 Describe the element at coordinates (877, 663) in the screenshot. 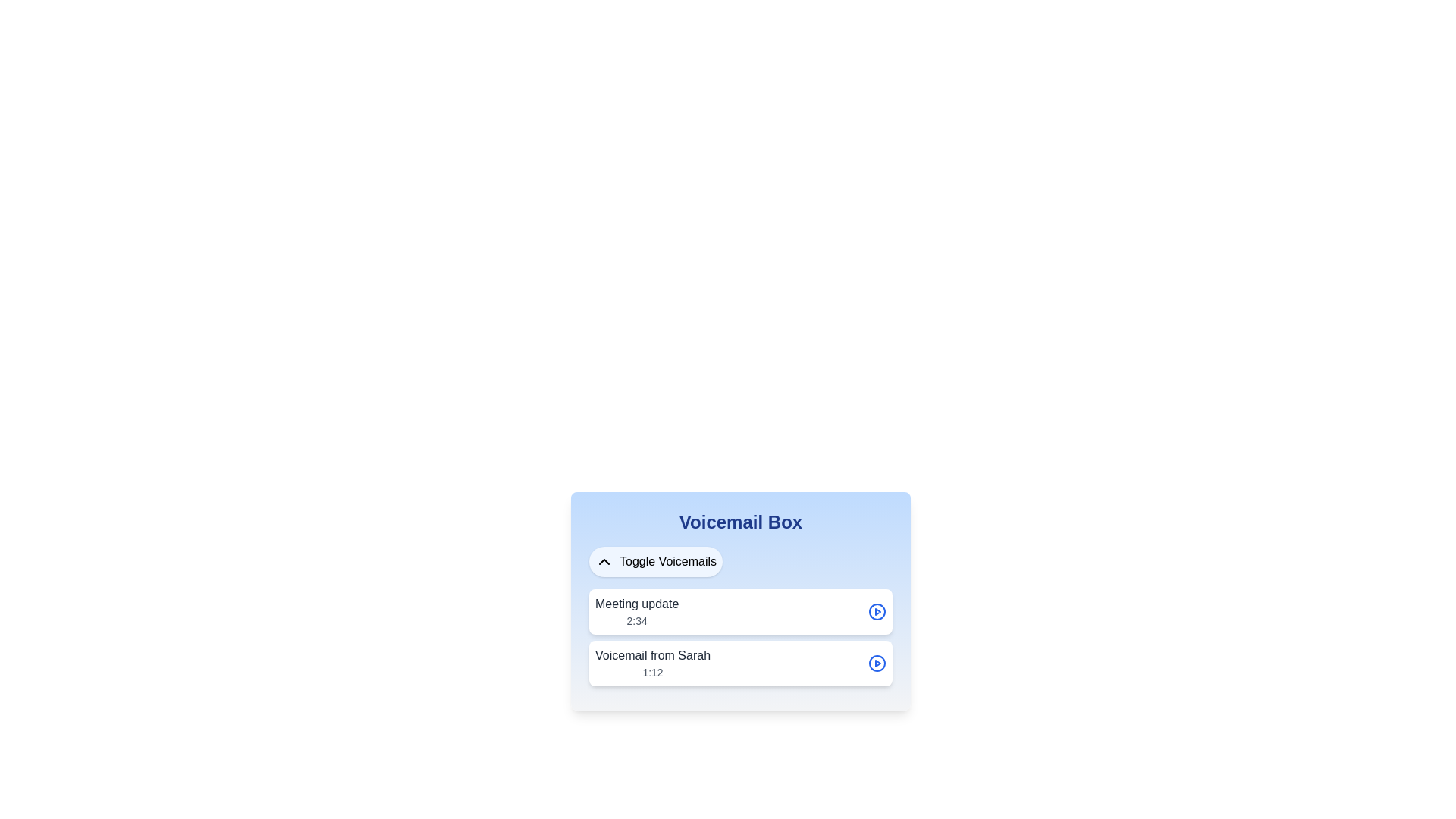

I see `the circular button with a blue outline and triangular 'play' symbol inside, located in the lower-right section of the 'Voicemail from Sarah' component` at that location.